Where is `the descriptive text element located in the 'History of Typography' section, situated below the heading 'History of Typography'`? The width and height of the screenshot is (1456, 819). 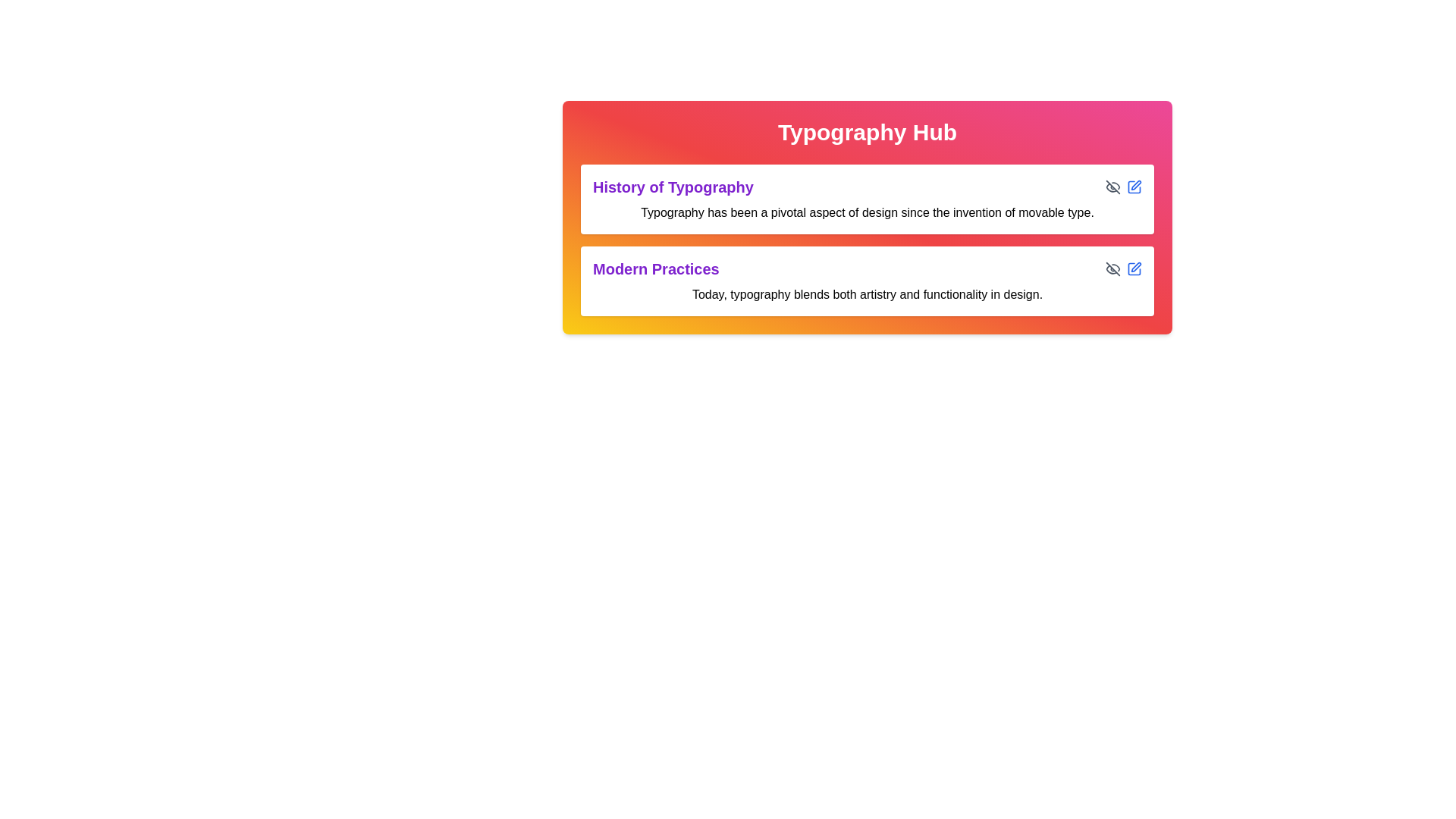 the descriptive text element located in the 'History of Typography' section, situated below the heading 'History of Typography' is located at coordinates (867, 213).